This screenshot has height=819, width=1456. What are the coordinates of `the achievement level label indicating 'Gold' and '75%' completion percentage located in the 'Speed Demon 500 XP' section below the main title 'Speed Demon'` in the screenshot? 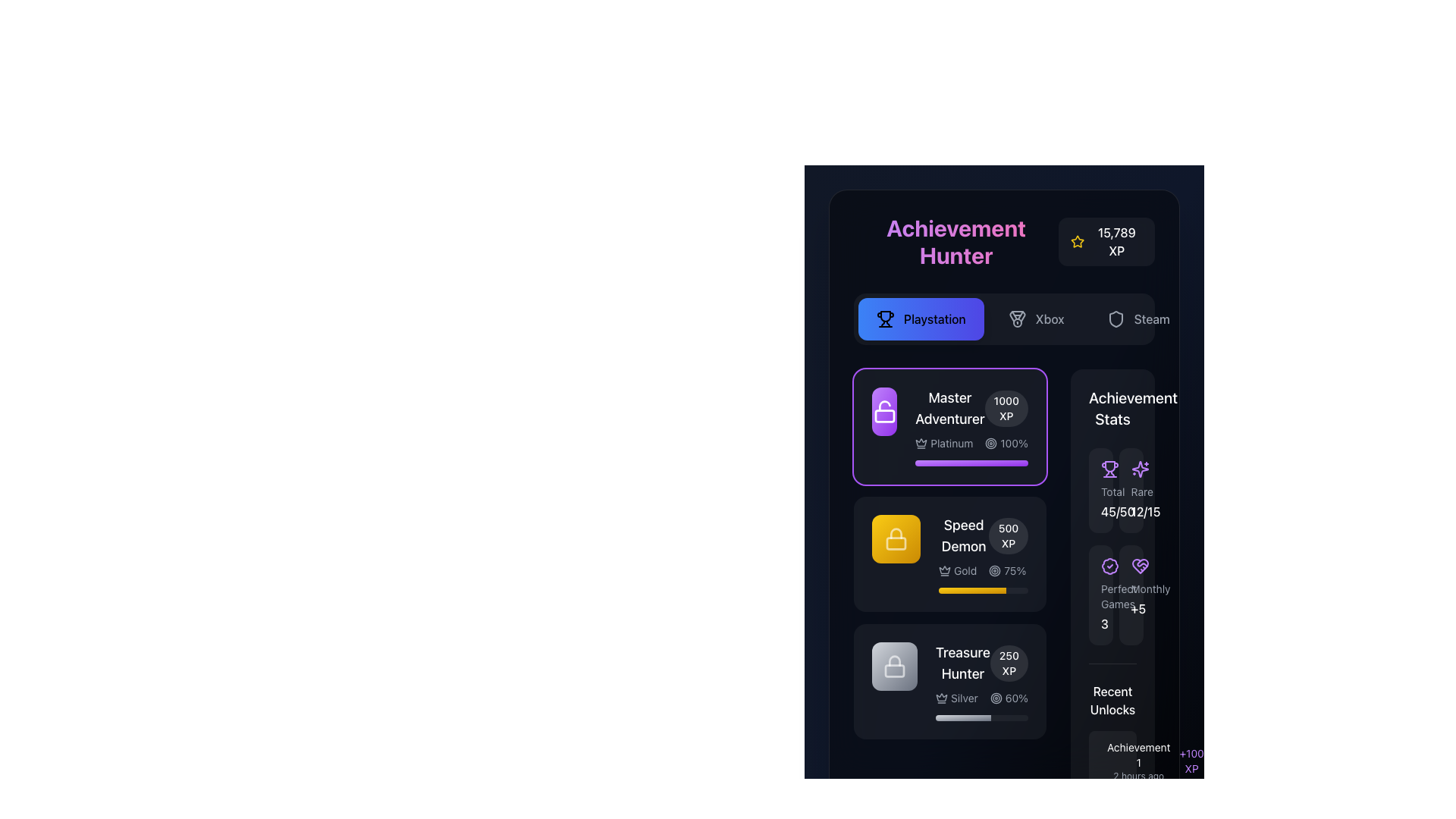 It's located at (983, 570).